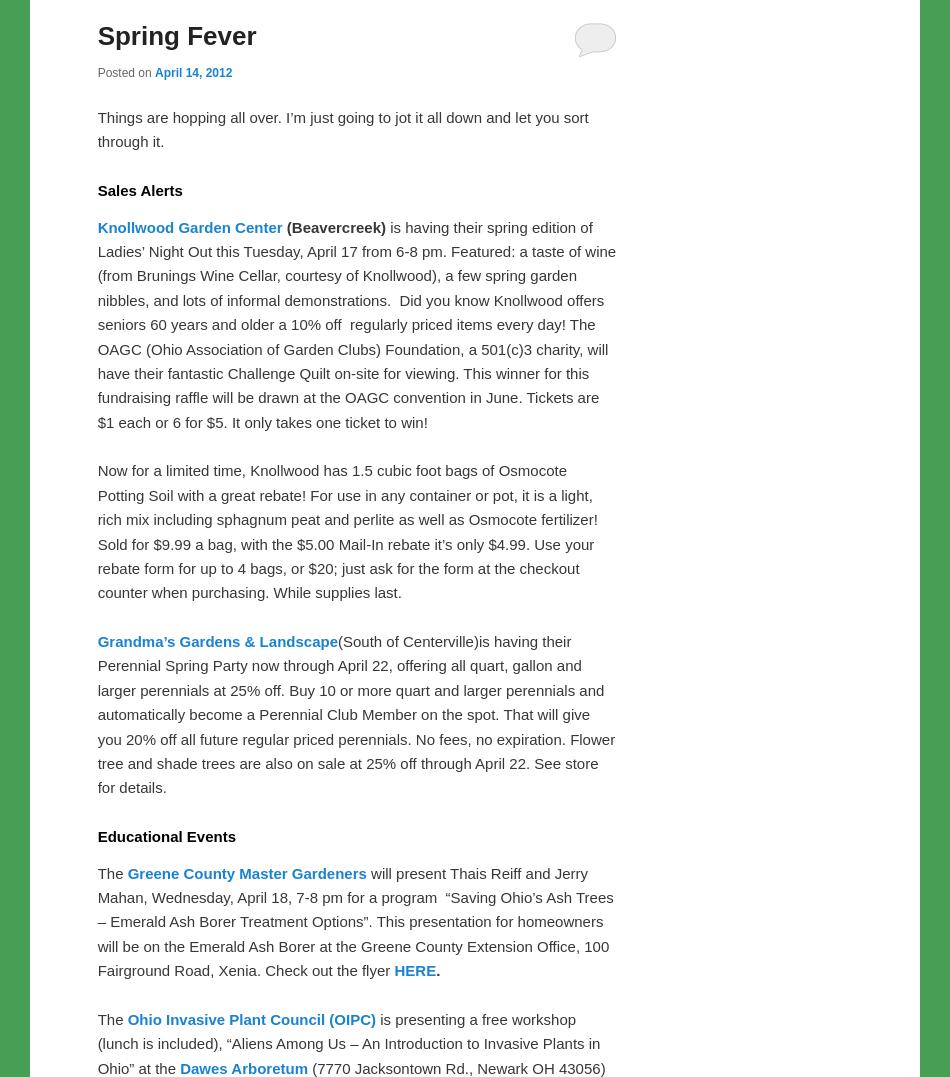  What do you see at coordinates (96, 835) in the screenshot?
I see `'Educational Events'` at bounding box center [96, 835].